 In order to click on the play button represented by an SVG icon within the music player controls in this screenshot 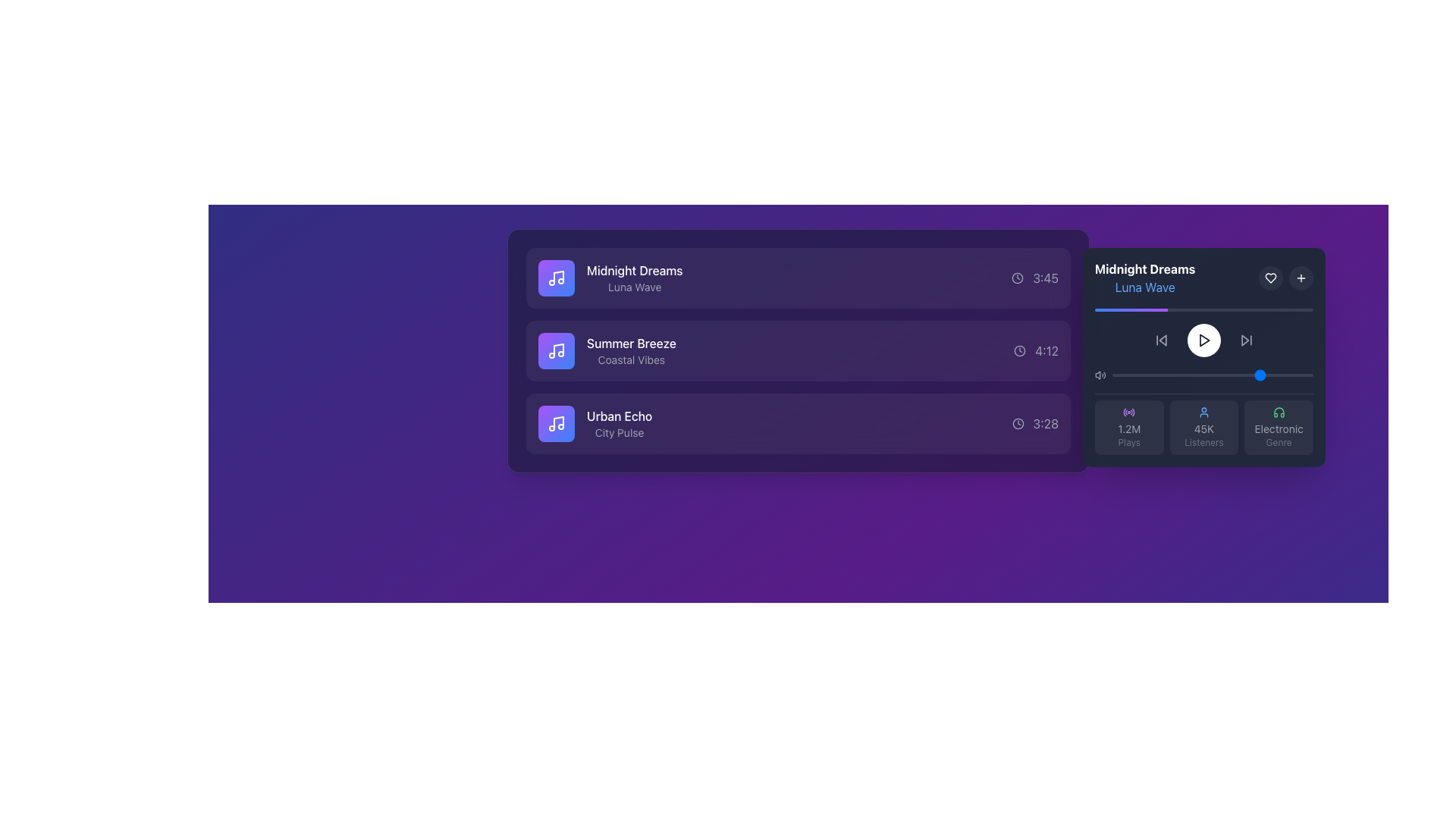, I will do `click(1203, 339)`.